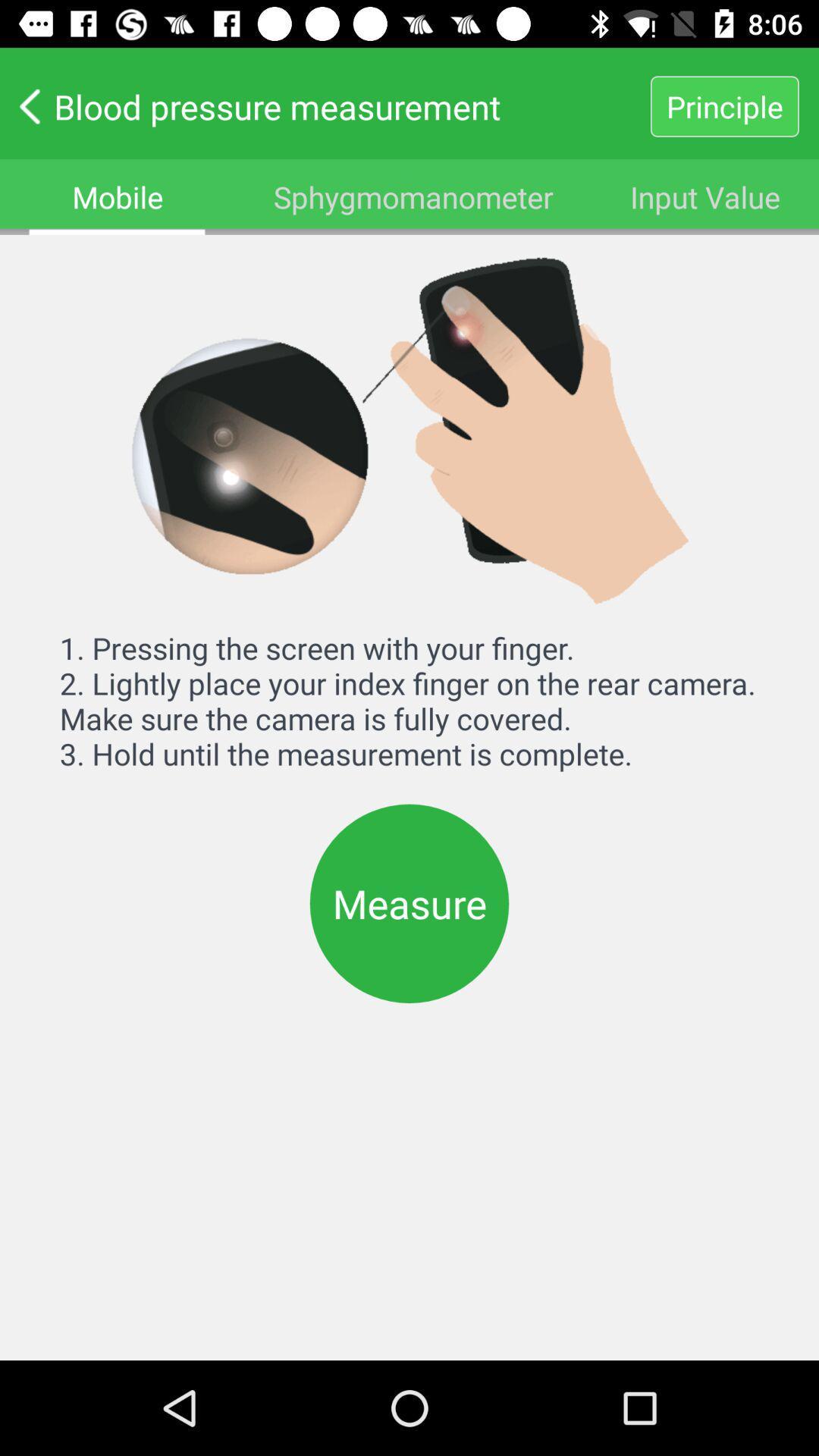 The width and height of the screenshot is (819, 1456). What do you see at coordinates (413, 196) in the screenshot?
I see `the item next to input value icon` at bounding box center [413, 196].